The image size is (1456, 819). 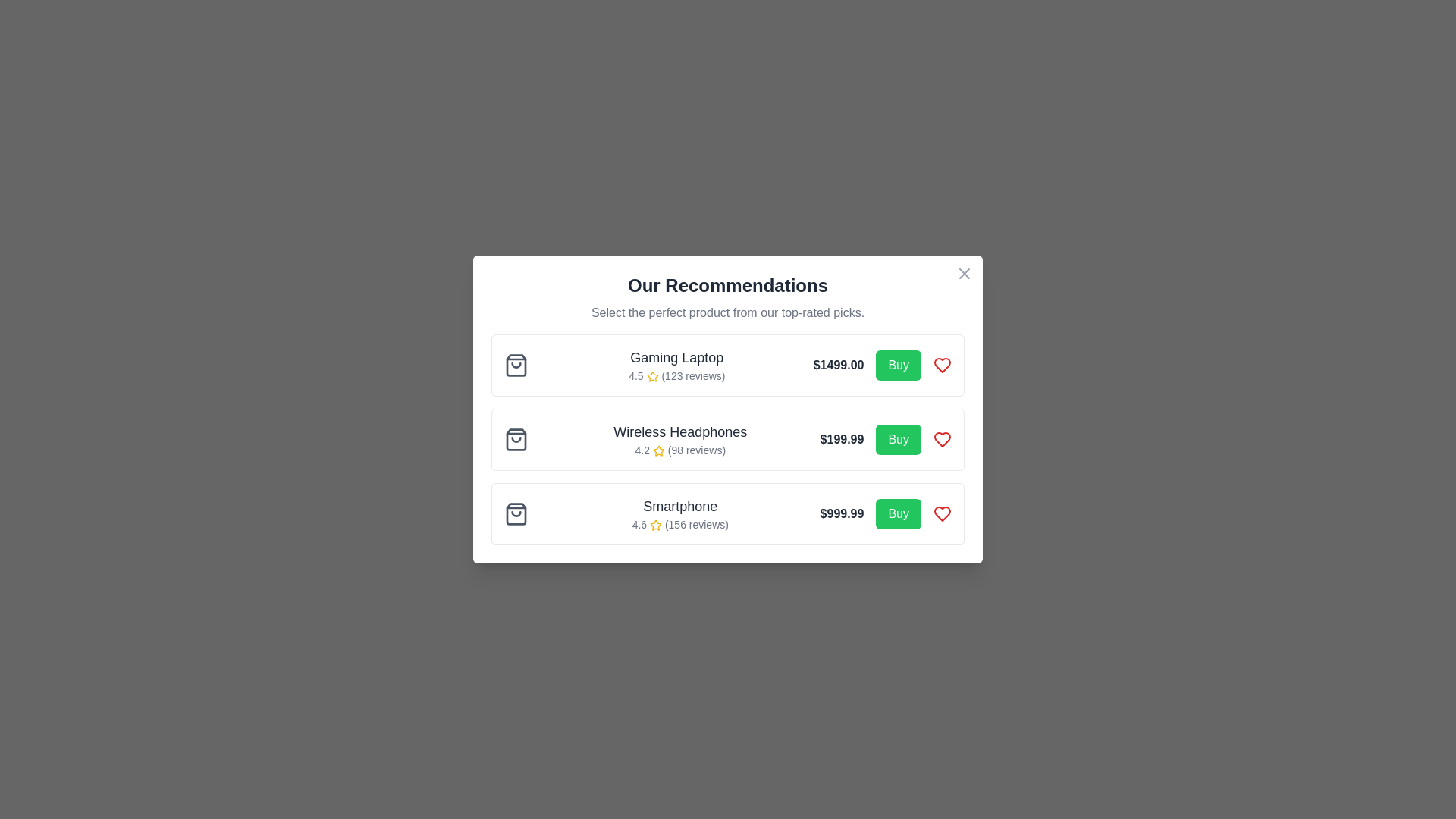 What do you see at coordinates (652, 376) in the screenshot?
I see `the star icon representing the review rating next to the text '4.5 (123 reviews)' in the rating section of the 'Gaming Laptop' recommendation card` at bounding box center [652, 376].